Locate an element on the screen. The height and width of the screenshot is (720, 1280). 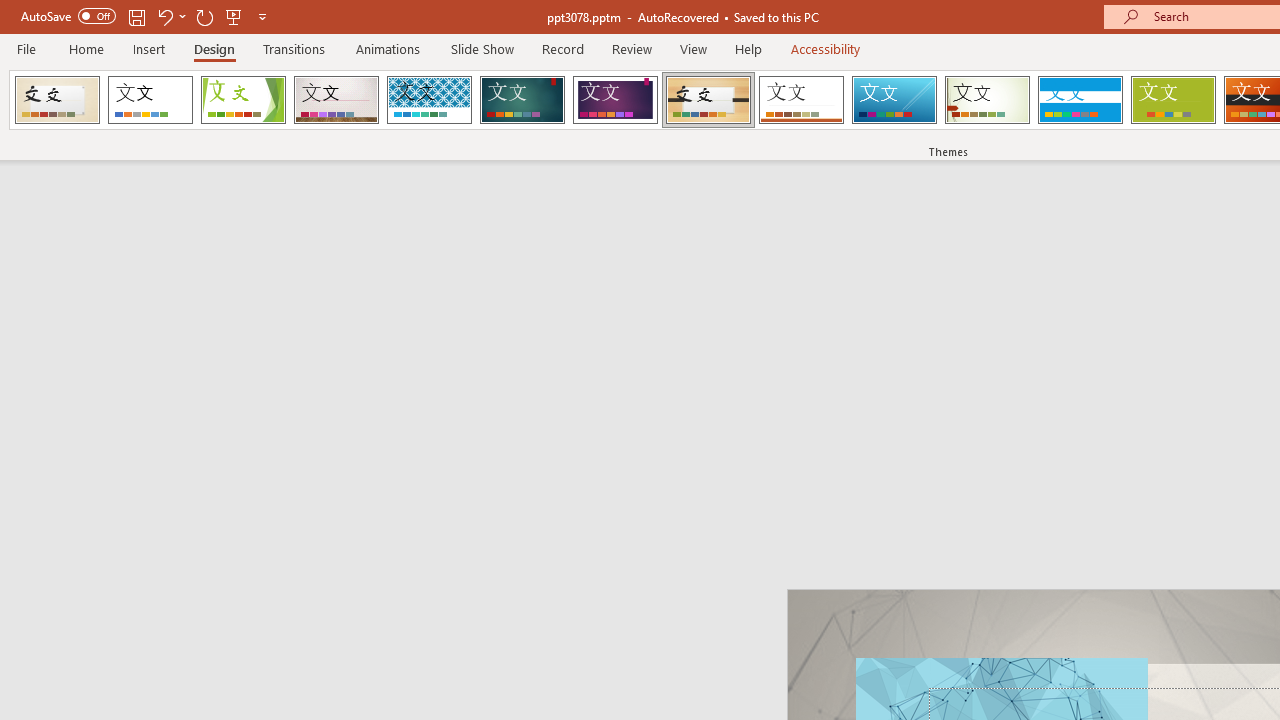
'Retrospect' is located at coordinates (801, 100).